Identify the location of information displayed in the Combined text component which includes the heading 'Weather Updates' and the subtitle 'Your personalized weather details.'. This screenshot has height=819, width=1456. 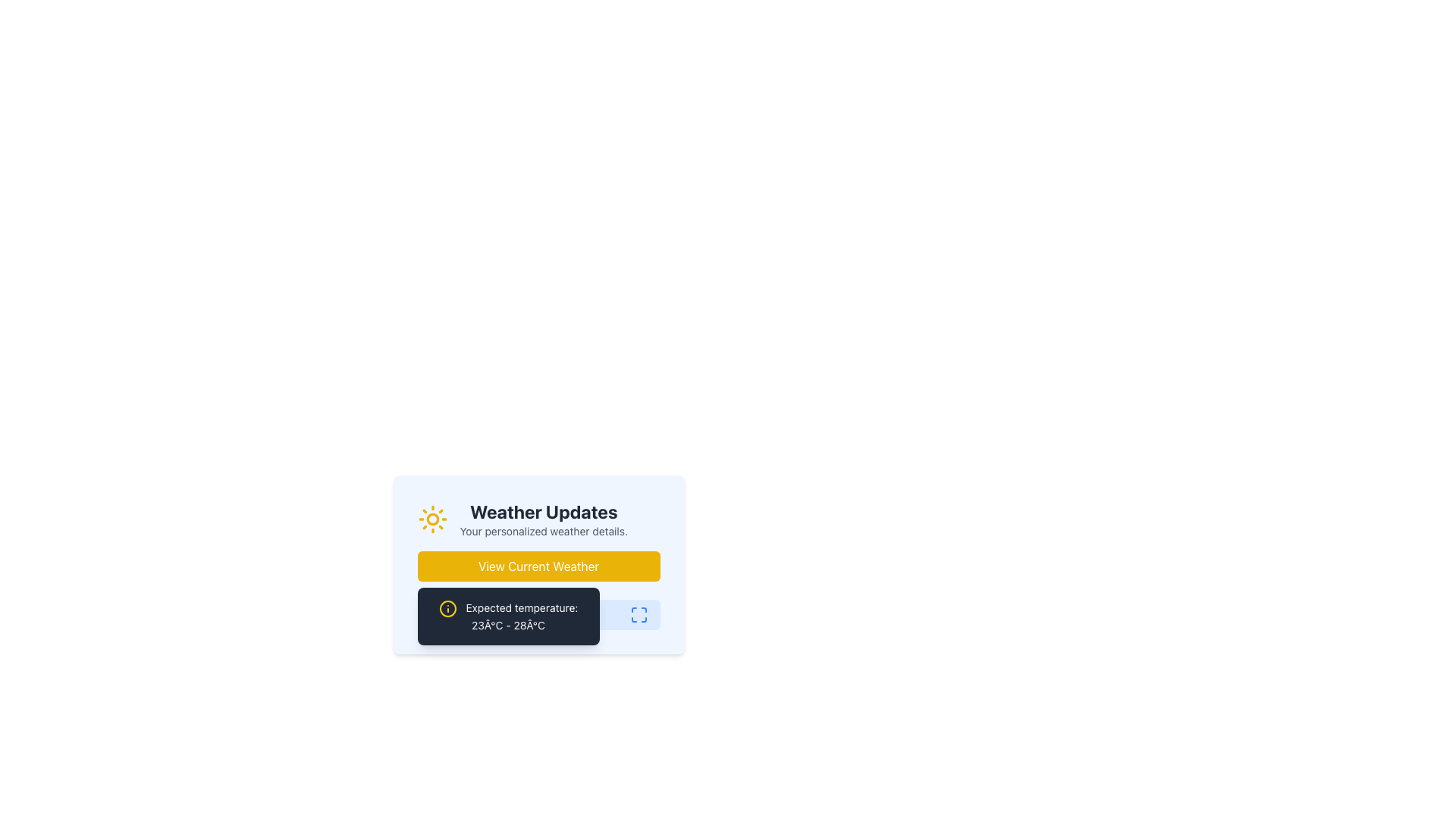
(544, 519).